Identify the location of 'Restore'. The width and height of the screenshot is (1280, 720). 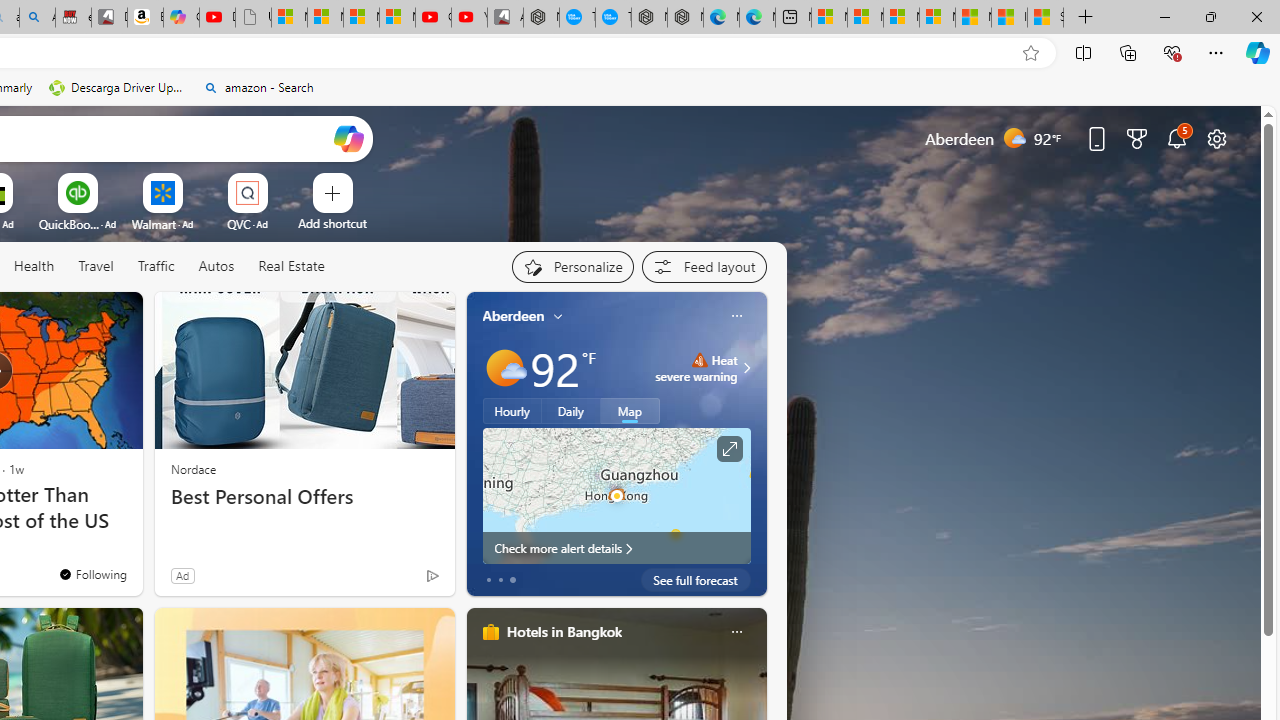
(1209, 16).